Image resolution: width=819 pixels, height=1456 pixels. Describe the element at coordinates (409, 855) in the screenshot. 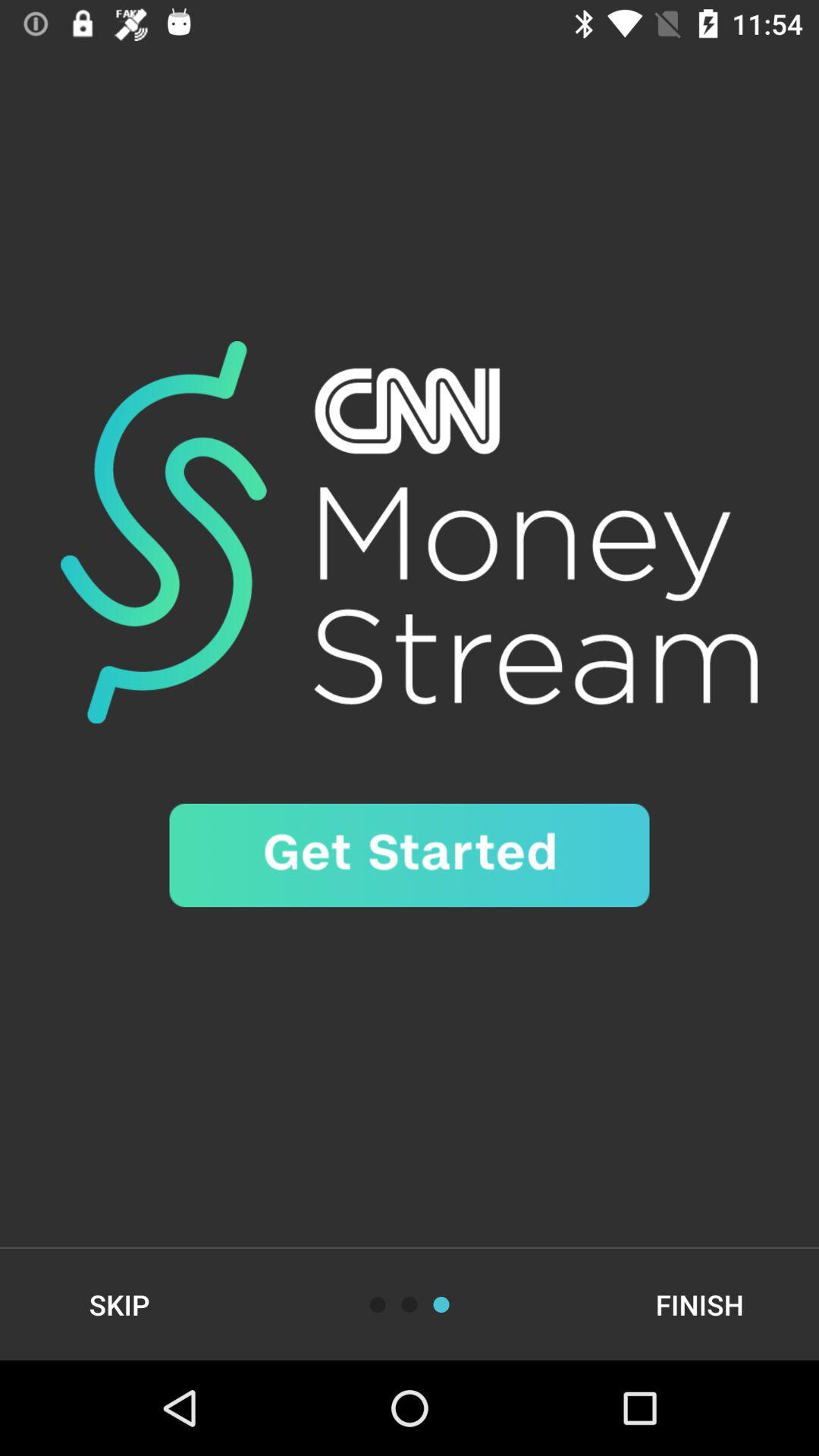

I see `staet app` at that location.